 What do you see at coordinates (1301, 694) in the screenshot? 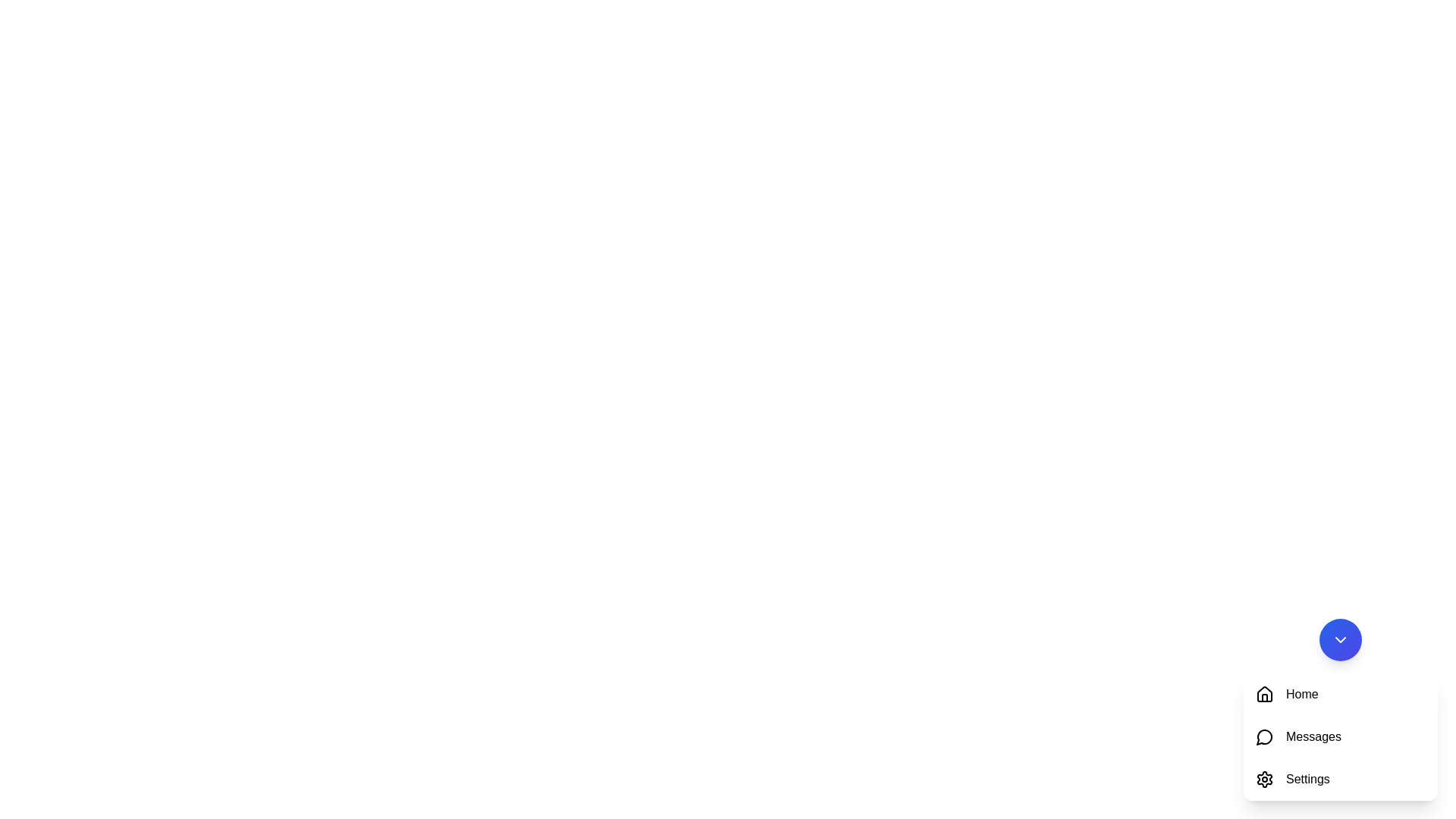
I see `the 'Home' text label, which is styled in black and positioned next to a house icon in the vertical menu list` at bounding box center [1301, 694].